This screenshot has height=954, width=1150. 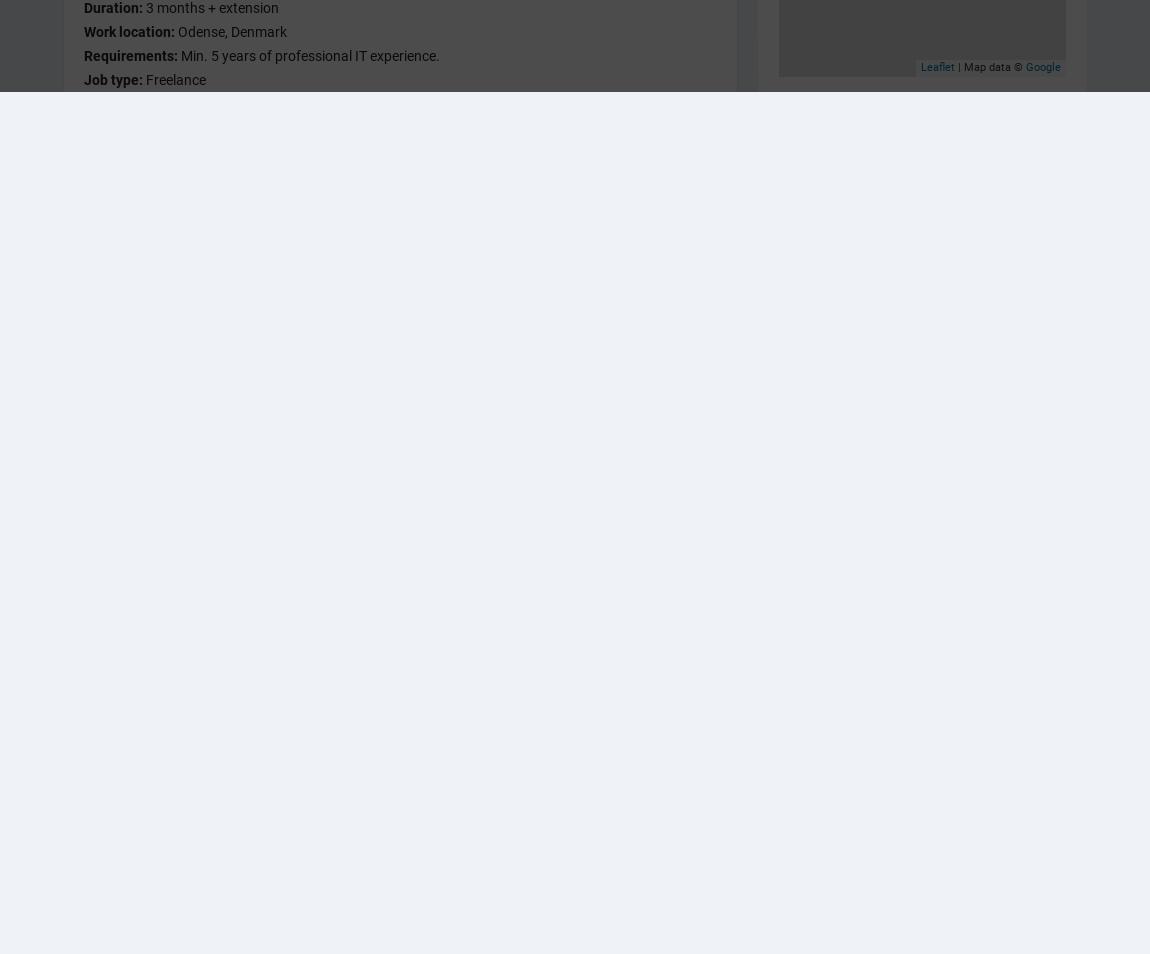 What do you see at coordinates (634, 517) in the screenshot?
I see `'Sådan laver du den rigtige kontrakt med dine kunder, så begge parter er enige om opgavens indhold, omfang og pris.'` at bounding box center [634, 517].